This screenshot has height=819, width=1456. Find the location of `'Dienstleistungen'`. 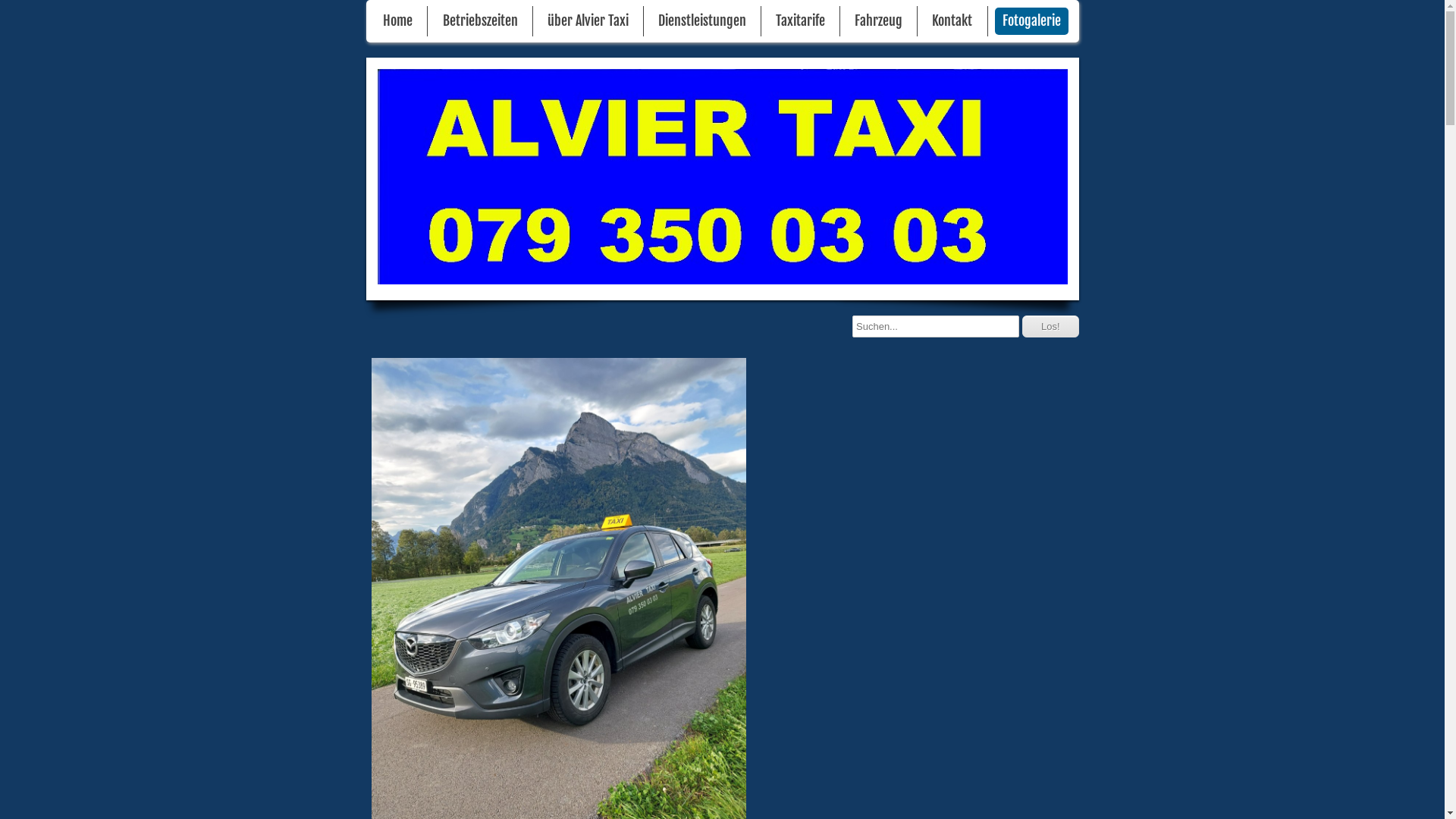

'Dienstleistungen' is located at coordinates (701, 20).